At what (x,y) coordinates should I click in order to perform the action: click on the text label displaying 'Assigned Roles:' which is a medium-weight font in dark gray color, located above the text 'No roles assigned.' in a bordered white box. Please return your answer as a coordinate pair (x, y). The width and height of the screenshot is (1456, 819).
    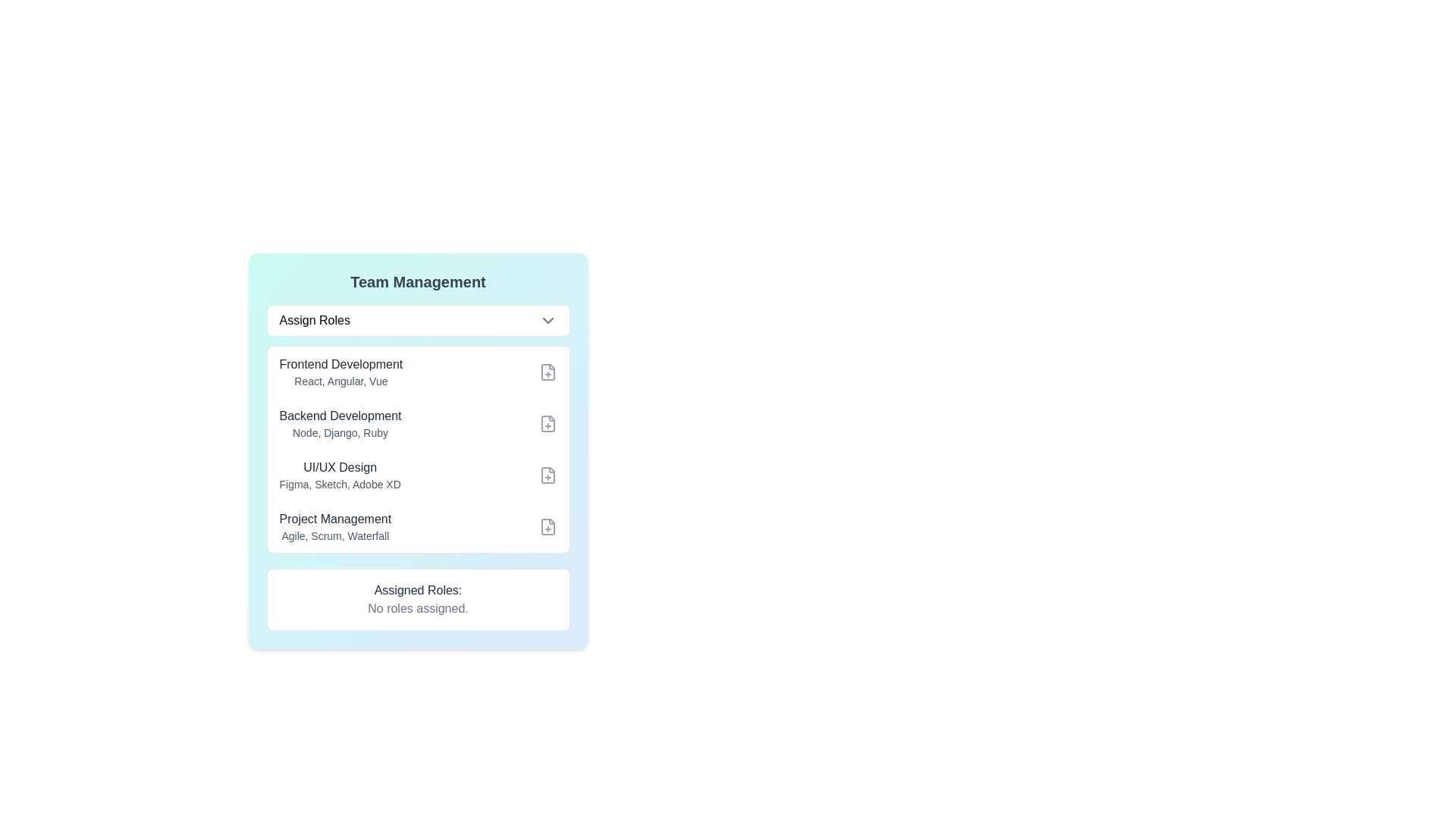
    Looking at the image, I should click on (418, 590).